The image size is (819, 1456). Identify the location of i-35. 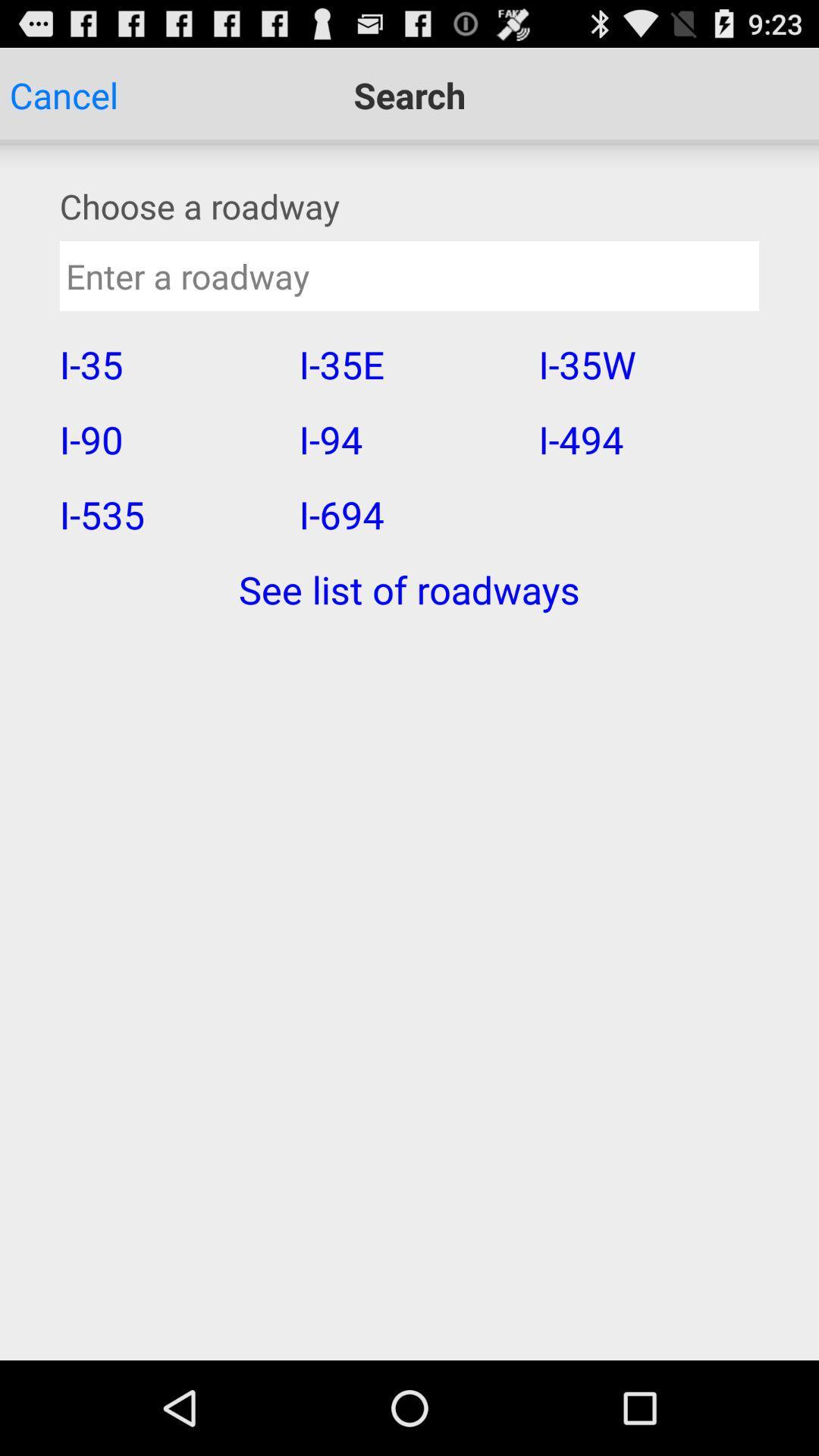
(169, 364).